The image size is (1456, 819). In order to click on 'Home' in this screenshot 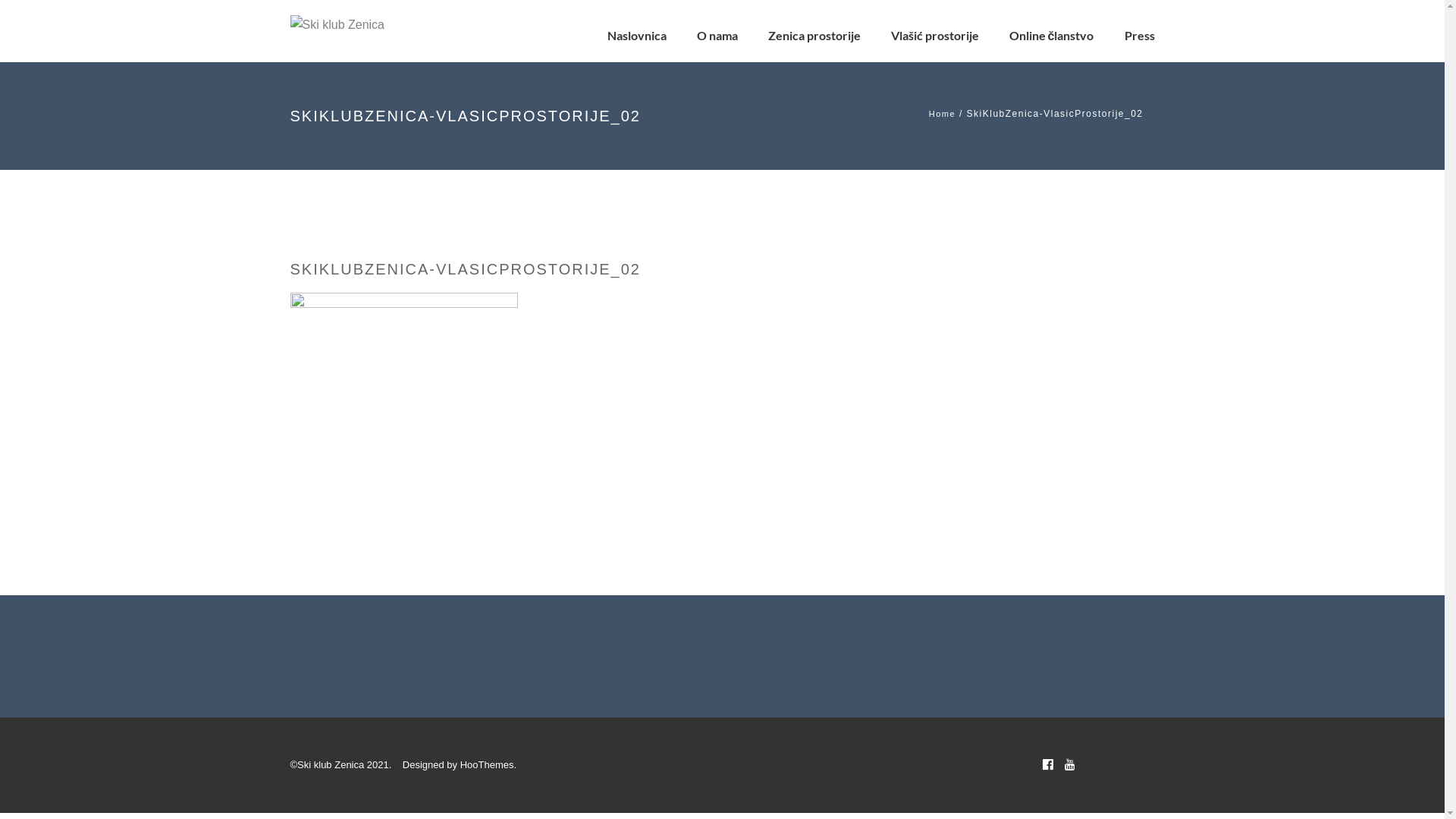, I will do `click(941, 113)`.